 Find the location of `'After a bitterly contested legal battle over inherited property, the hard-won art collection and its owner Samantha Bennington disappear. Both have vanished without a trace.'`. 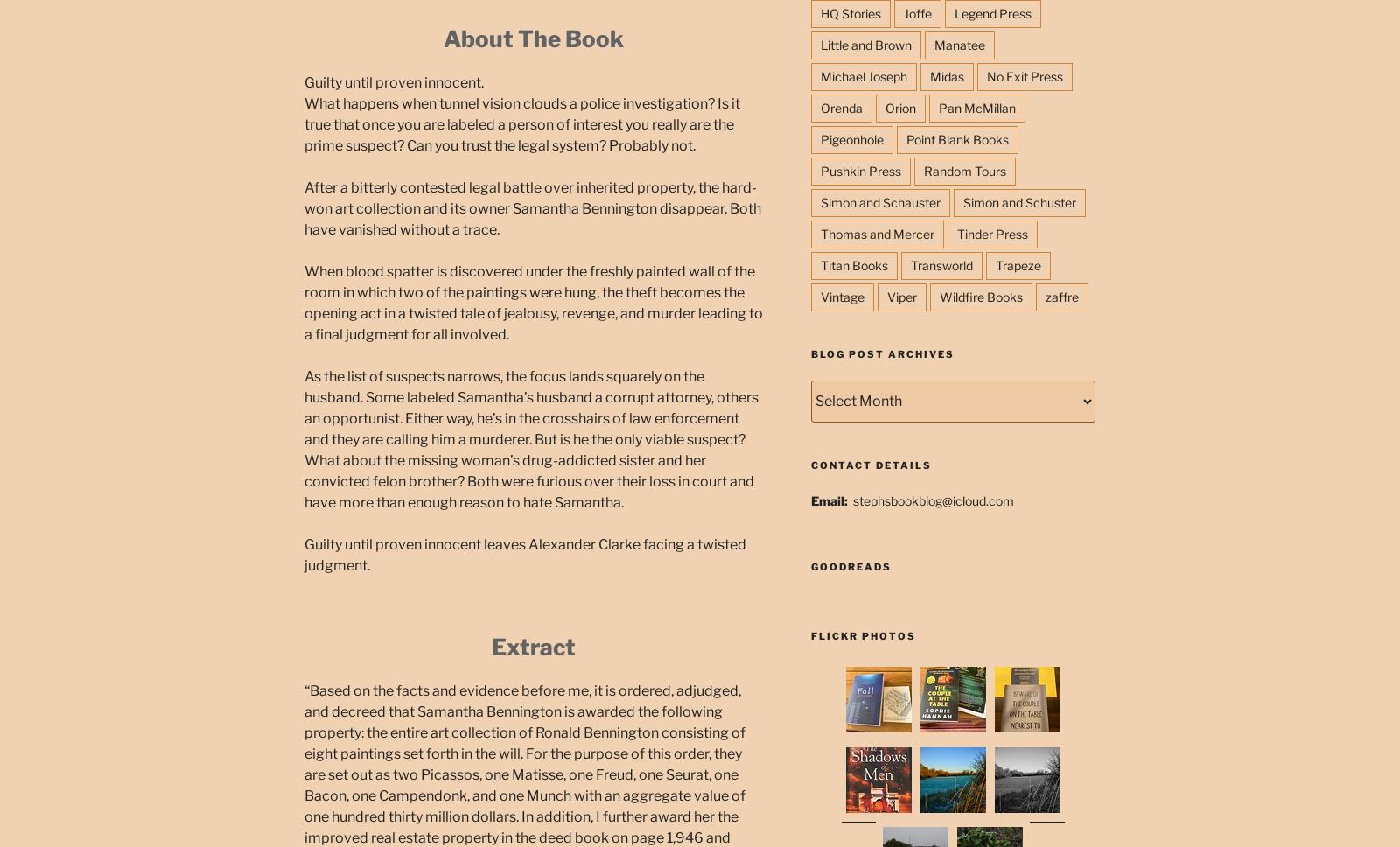

'After a bitterly contested legal battle over inherited property, the hard-won art collection and its owner Samantha Bennington disappear. Both have vanished without a trace.' is located at coordinates (532, 206).